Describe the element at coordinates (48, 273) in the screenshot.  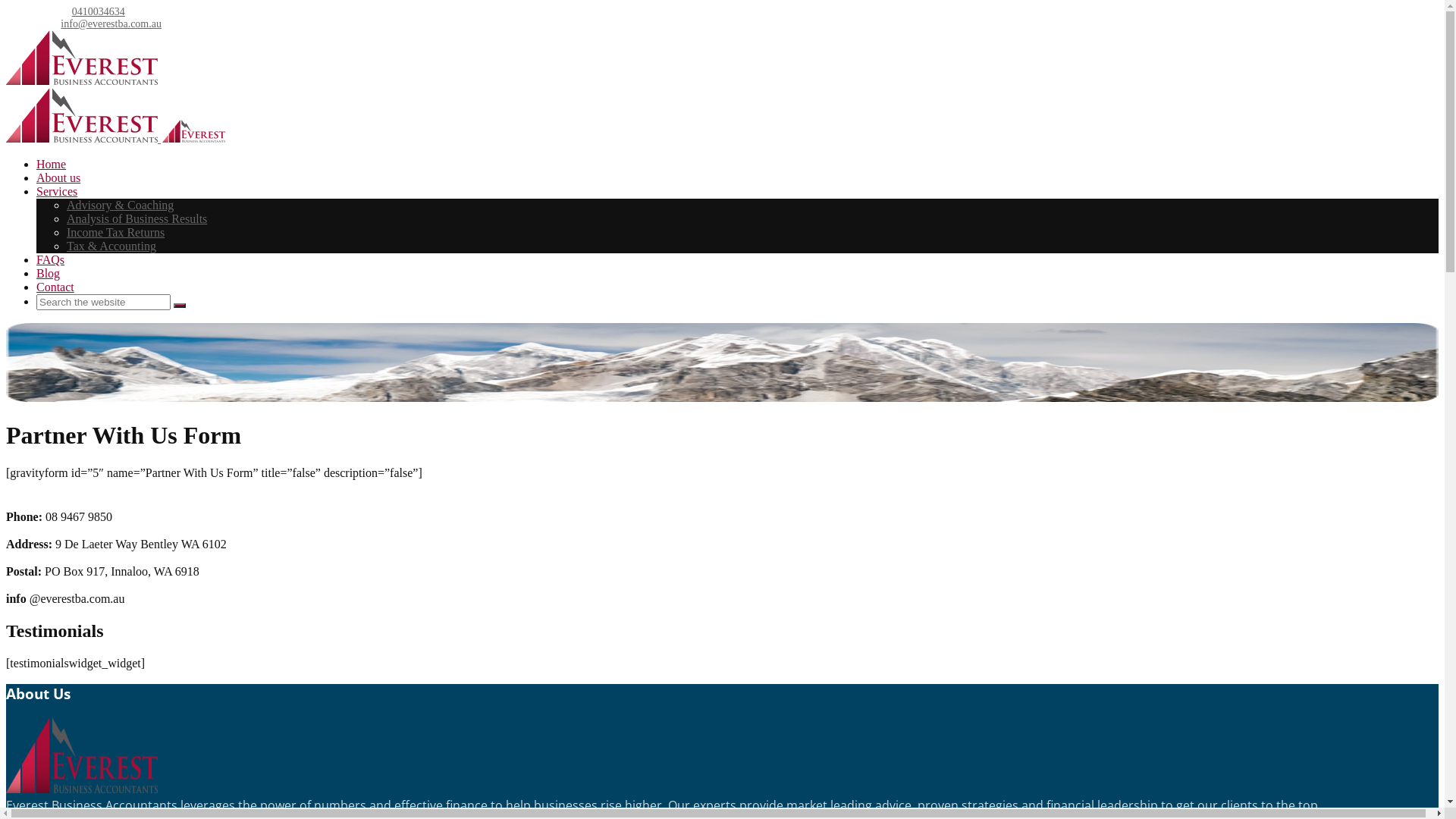
I see `'Blog'` at that location.